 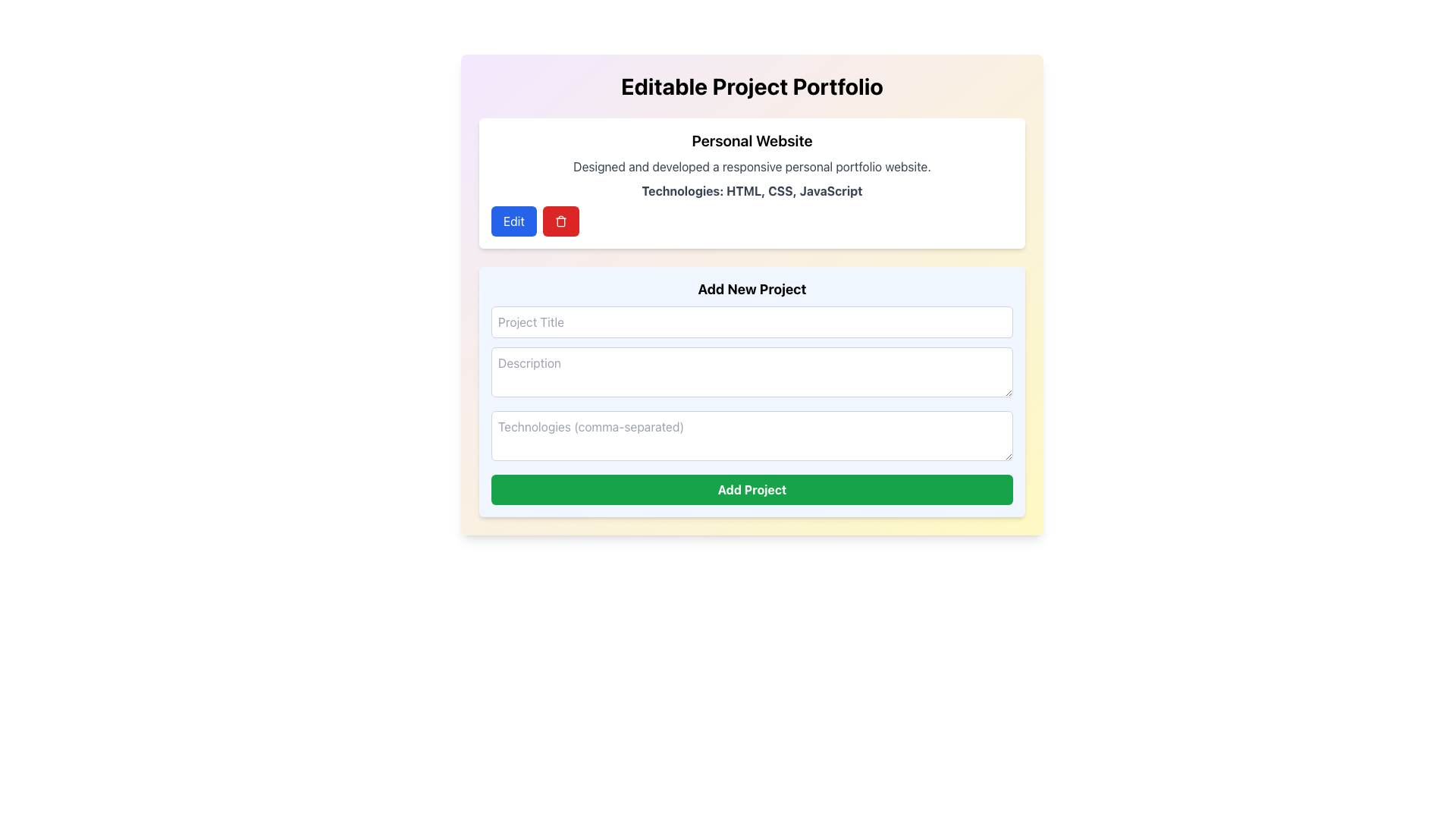 I want to click on the red rectangular delete button with a trash bin icon, located to the right of the blue 'Edit' button, below the 'Personal Website' heading, so click(x=560, y=221).